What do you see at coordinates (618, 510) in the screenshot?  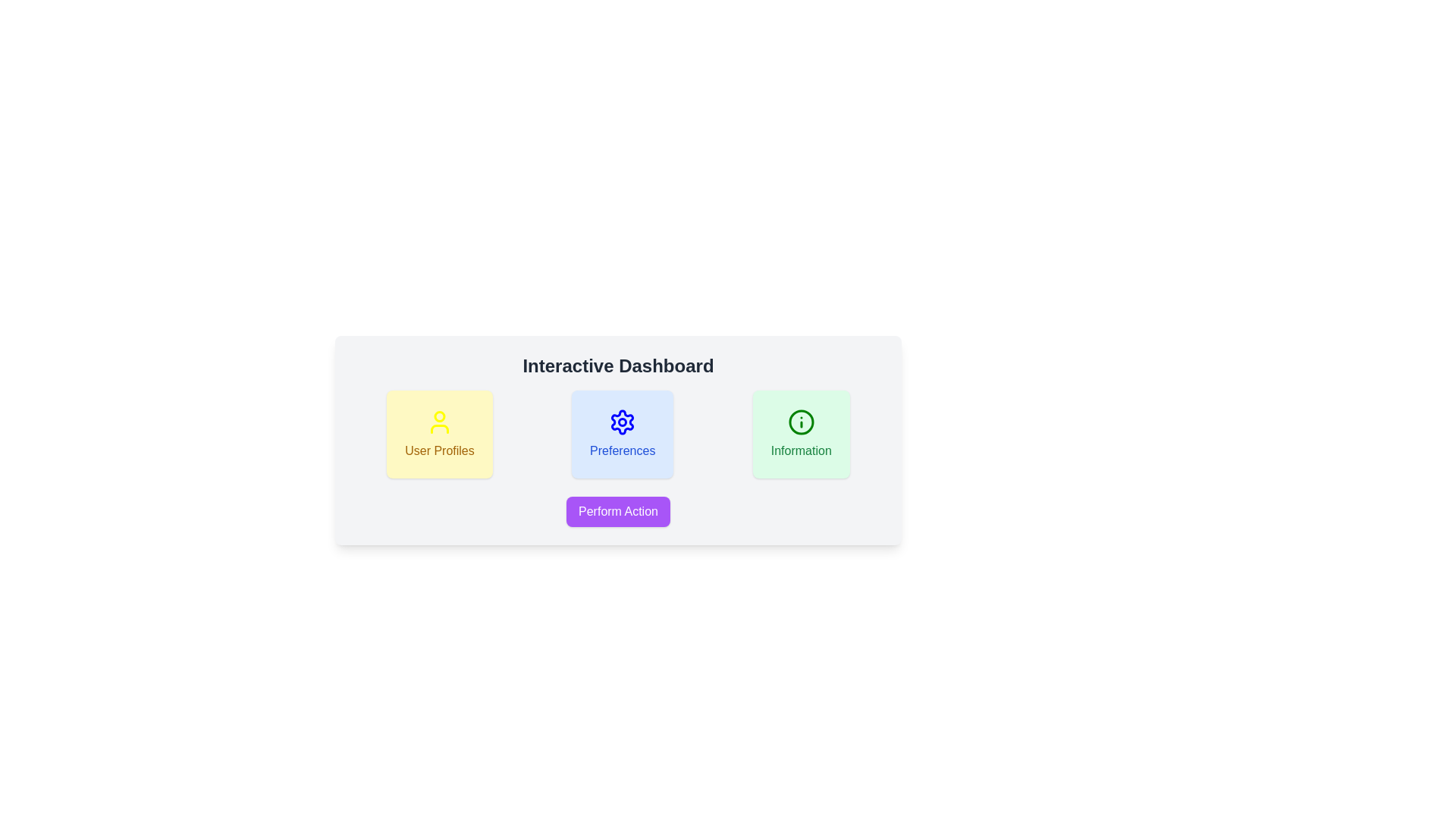 I see `the 'User Profiles', 'Preferences', or 'Information' sub-elements located beneath the 'Interactive Dashboard' header` at bounding box center [618, 510].